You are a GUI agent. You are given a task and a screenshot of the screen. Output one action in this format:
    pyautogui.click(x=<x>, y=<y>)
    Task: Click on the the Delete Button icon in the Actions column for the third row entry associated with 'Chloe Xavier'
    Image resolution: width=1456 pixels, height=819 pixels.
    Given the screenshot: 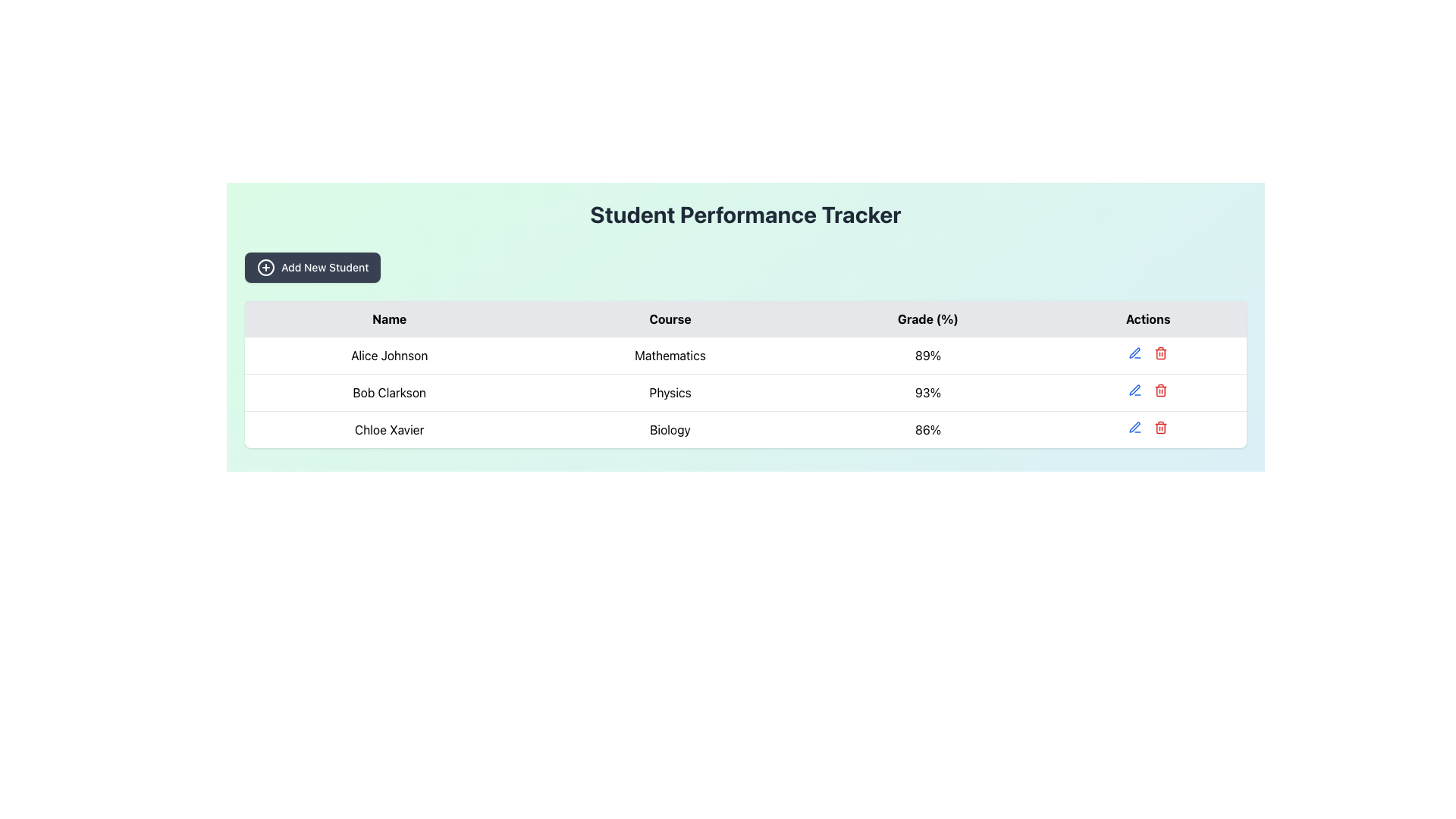 What is the action you would take?
    pyautogui.click(x=1160, y=353)
    